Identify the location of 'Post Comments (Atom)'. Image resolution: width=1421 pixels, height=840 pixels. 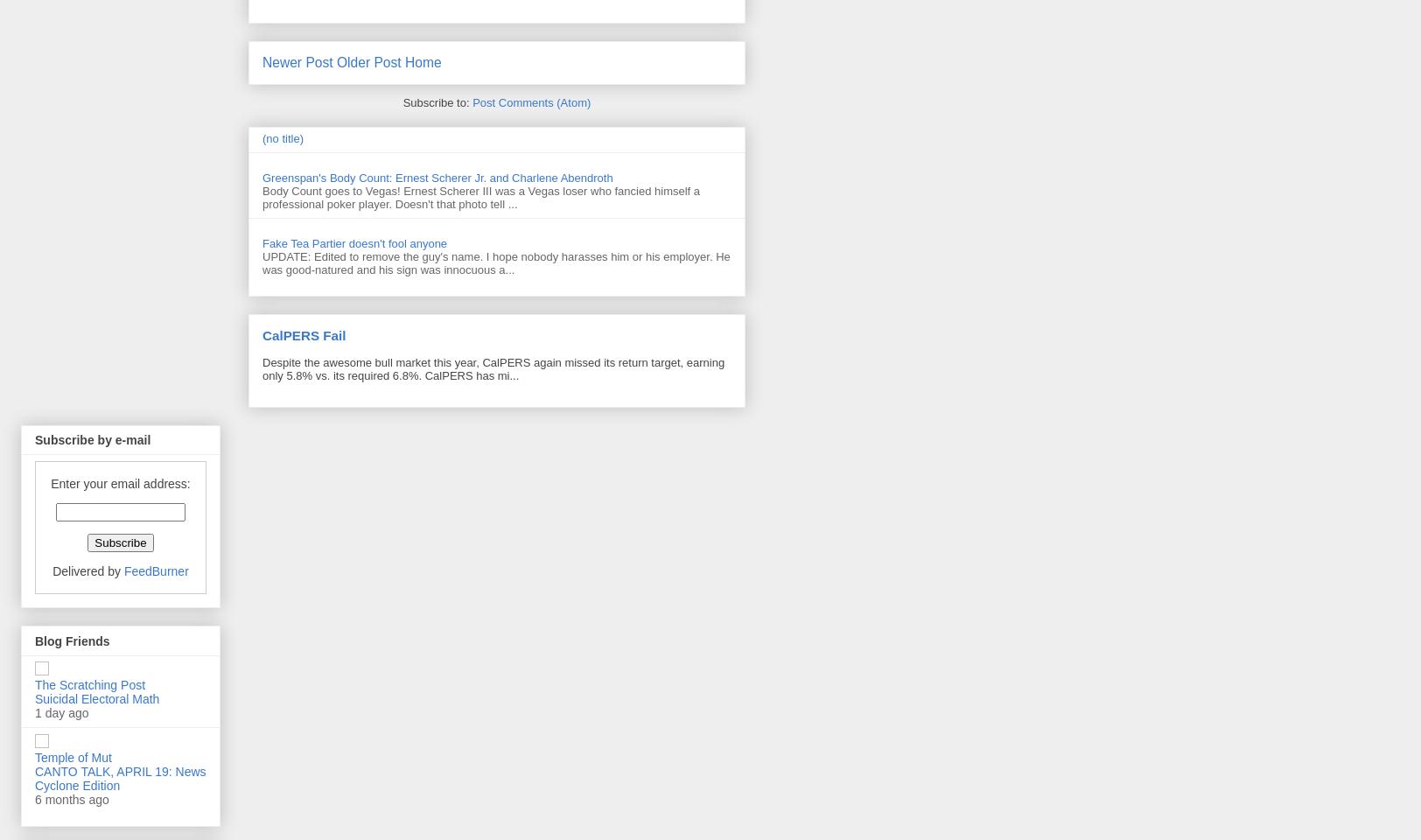
(531, 101).